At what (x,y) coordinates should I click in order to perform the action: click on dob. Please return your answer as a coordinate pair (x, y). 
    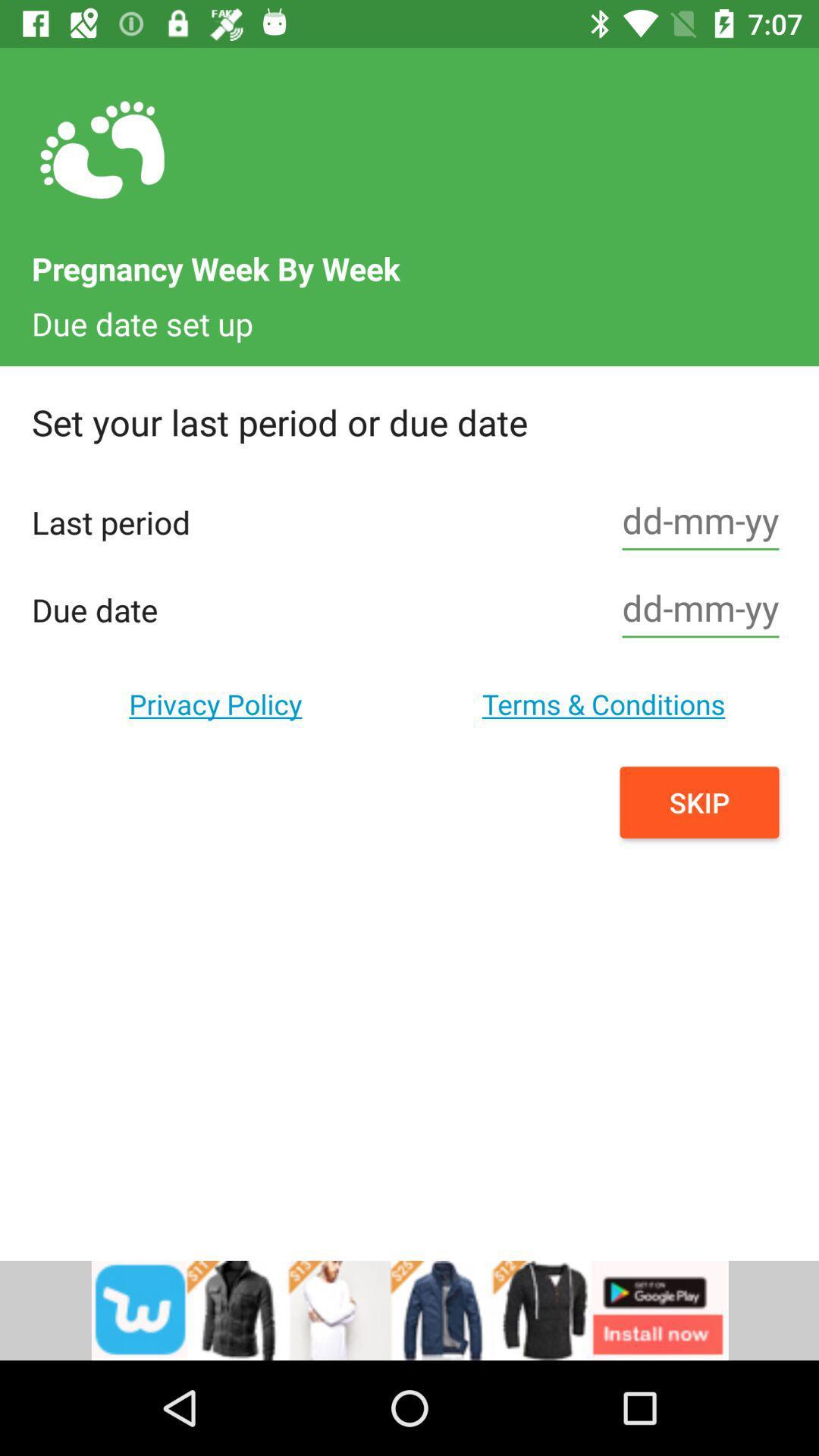
    Looking at the image, I should click on (701, 610).